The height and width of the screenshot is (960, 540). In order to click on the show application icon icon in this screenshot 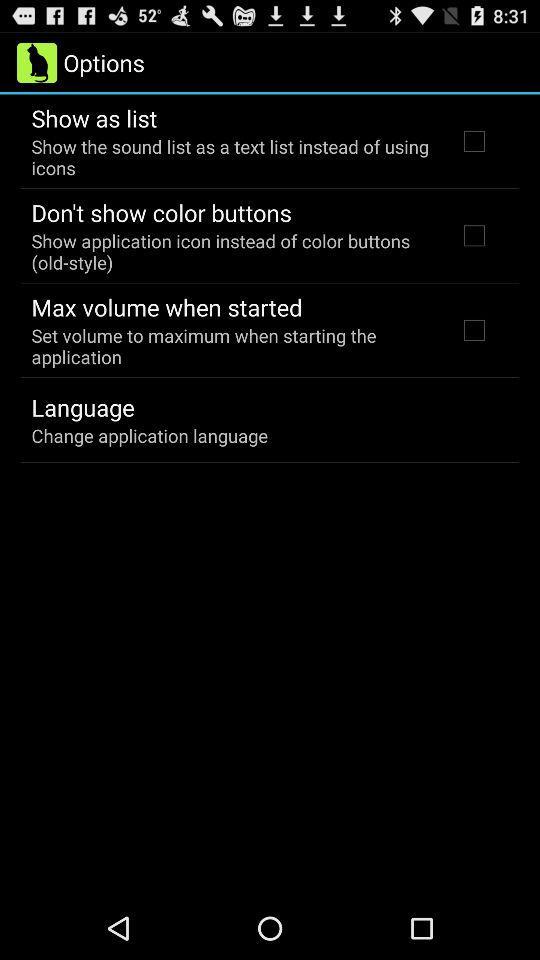, I will do `click(230, 250)`.